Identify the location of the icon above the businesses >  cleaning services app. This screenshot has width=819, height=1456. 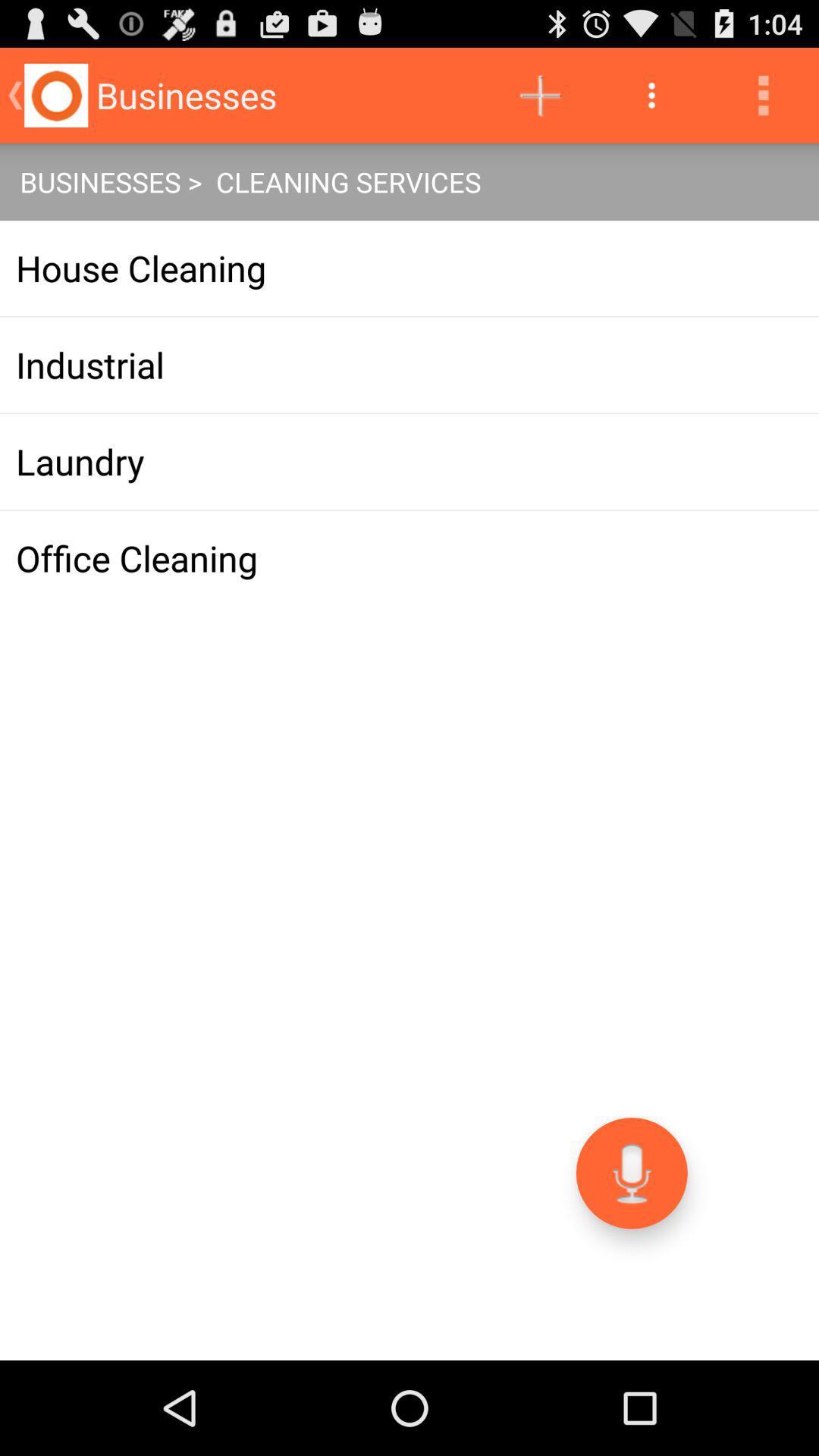
(763, 94).